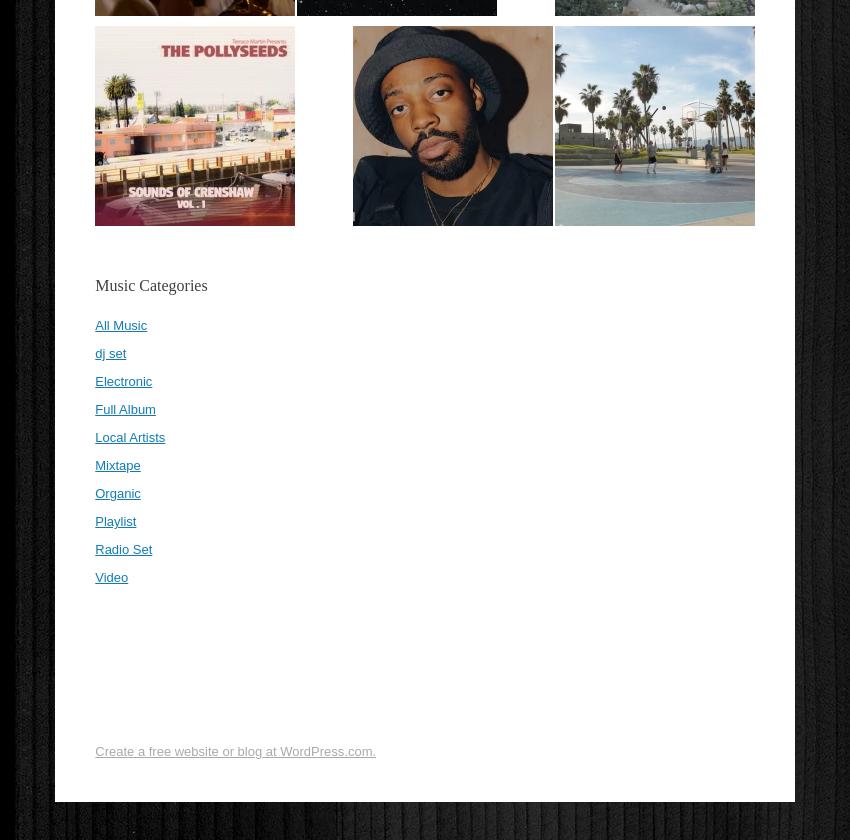  Describe the element at coordinates (150, 285) in the screenshot. I see `'Music Categories'` at that location.